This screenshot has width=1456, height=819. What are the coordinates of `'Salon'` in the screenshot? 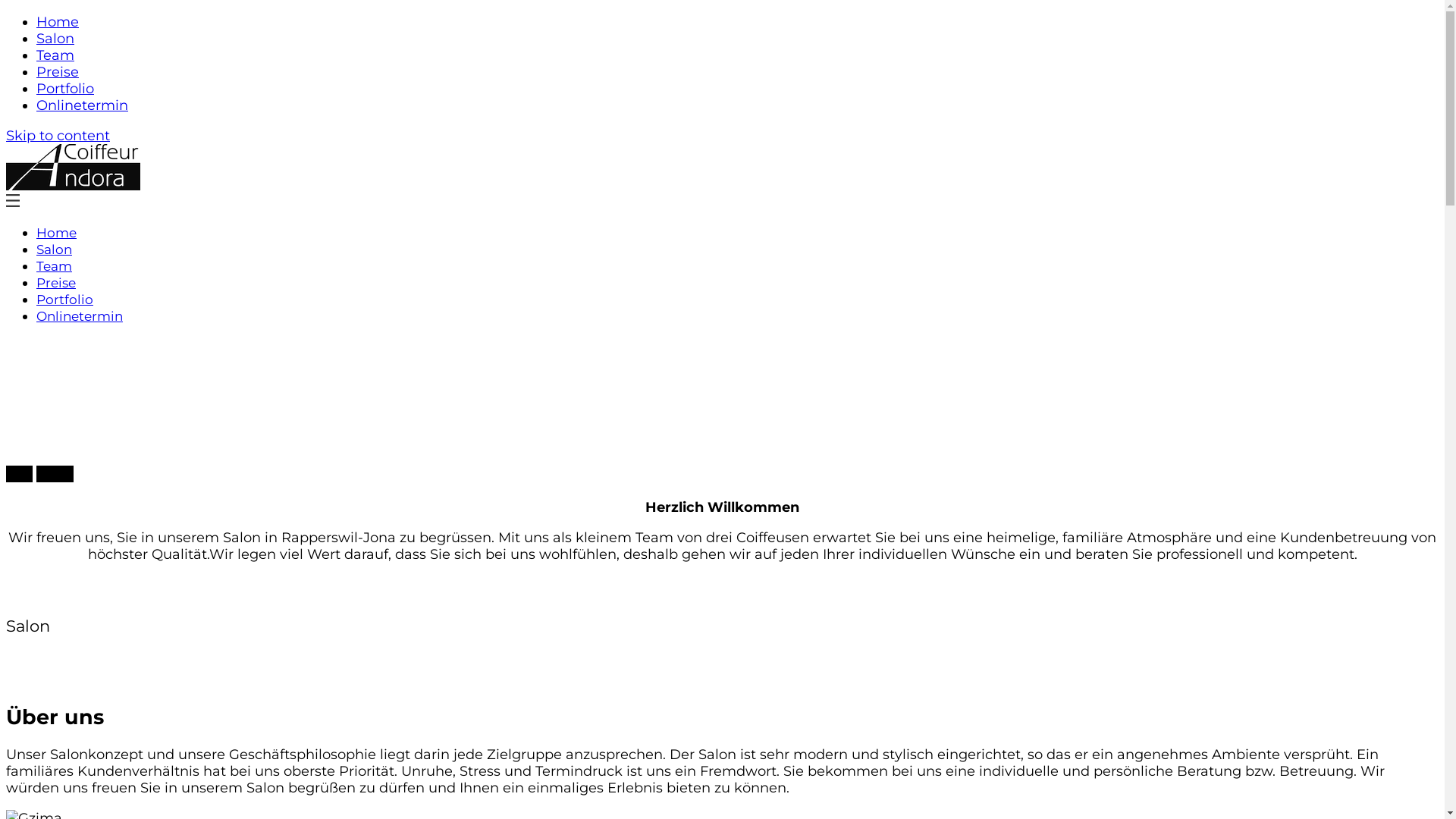 It's located at (55, 37).